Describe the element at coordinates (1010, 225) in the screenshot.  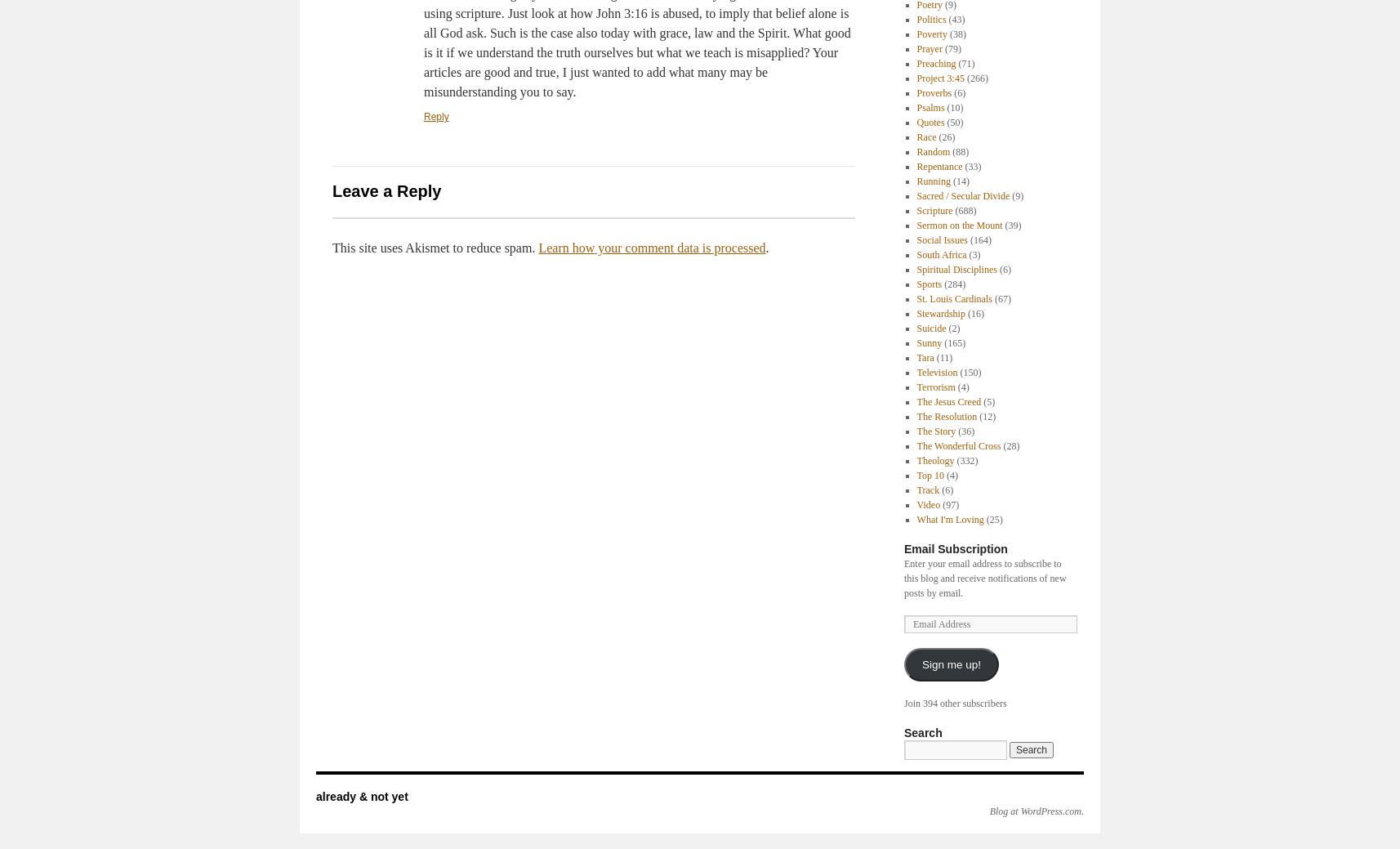
I see `'(39)'` at that location.